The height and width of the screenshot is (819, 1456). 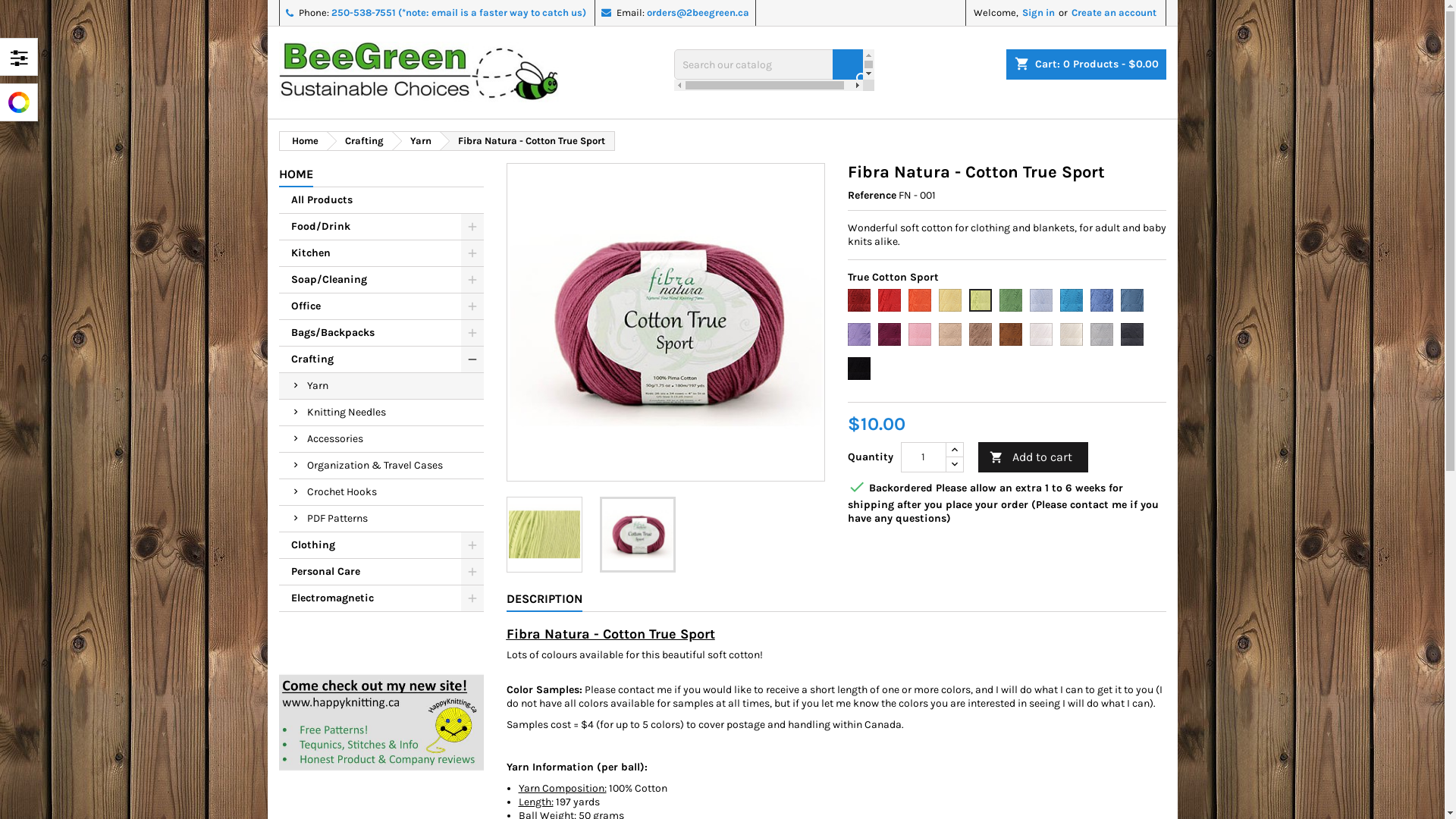 I want to click on 'Electromagnetic', so click(x=279, y=598).